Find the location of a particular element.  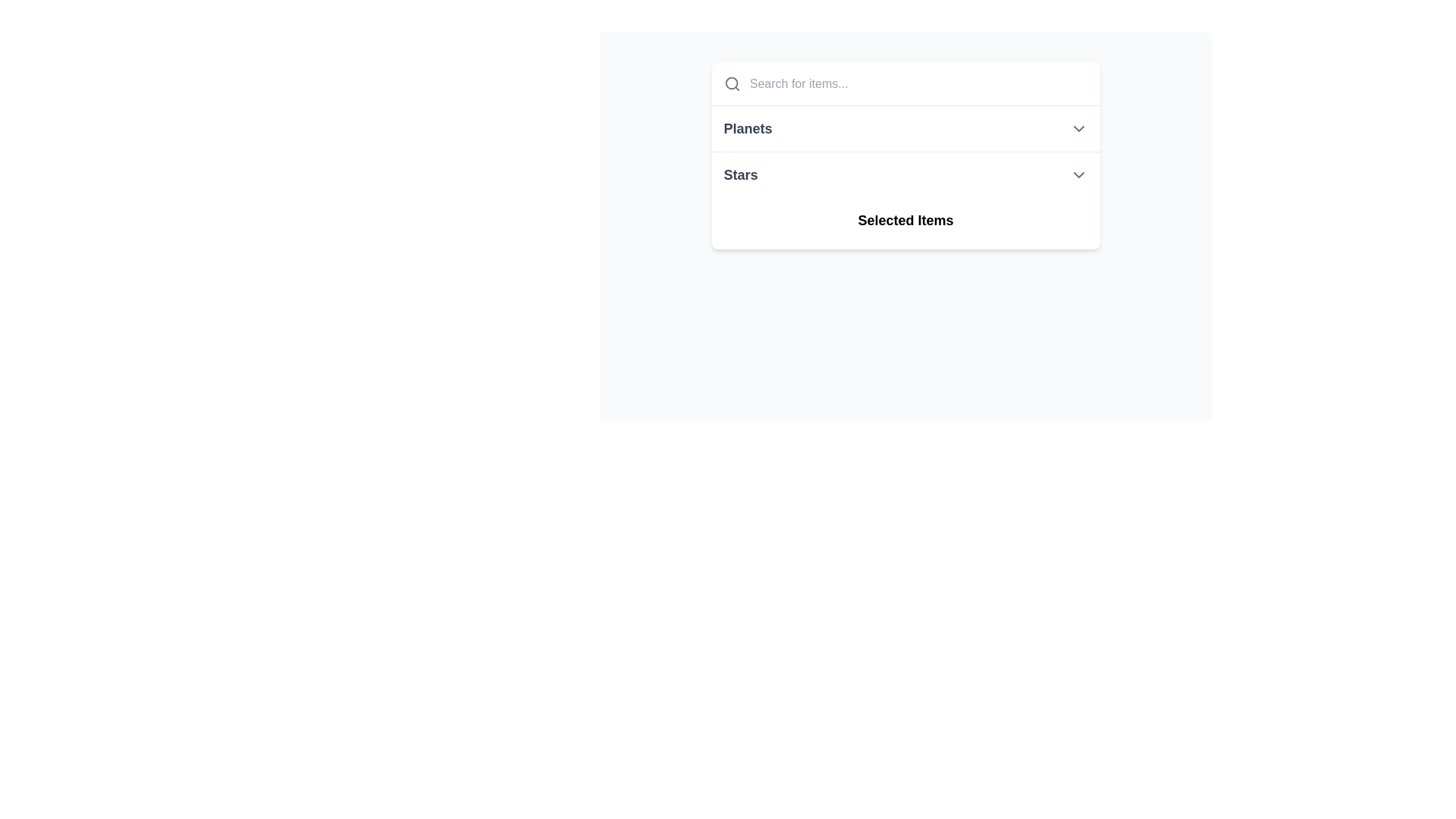

the third Text label element, which serves as a section header, positioned below 'Stars' is located at coordinates (905, 223).